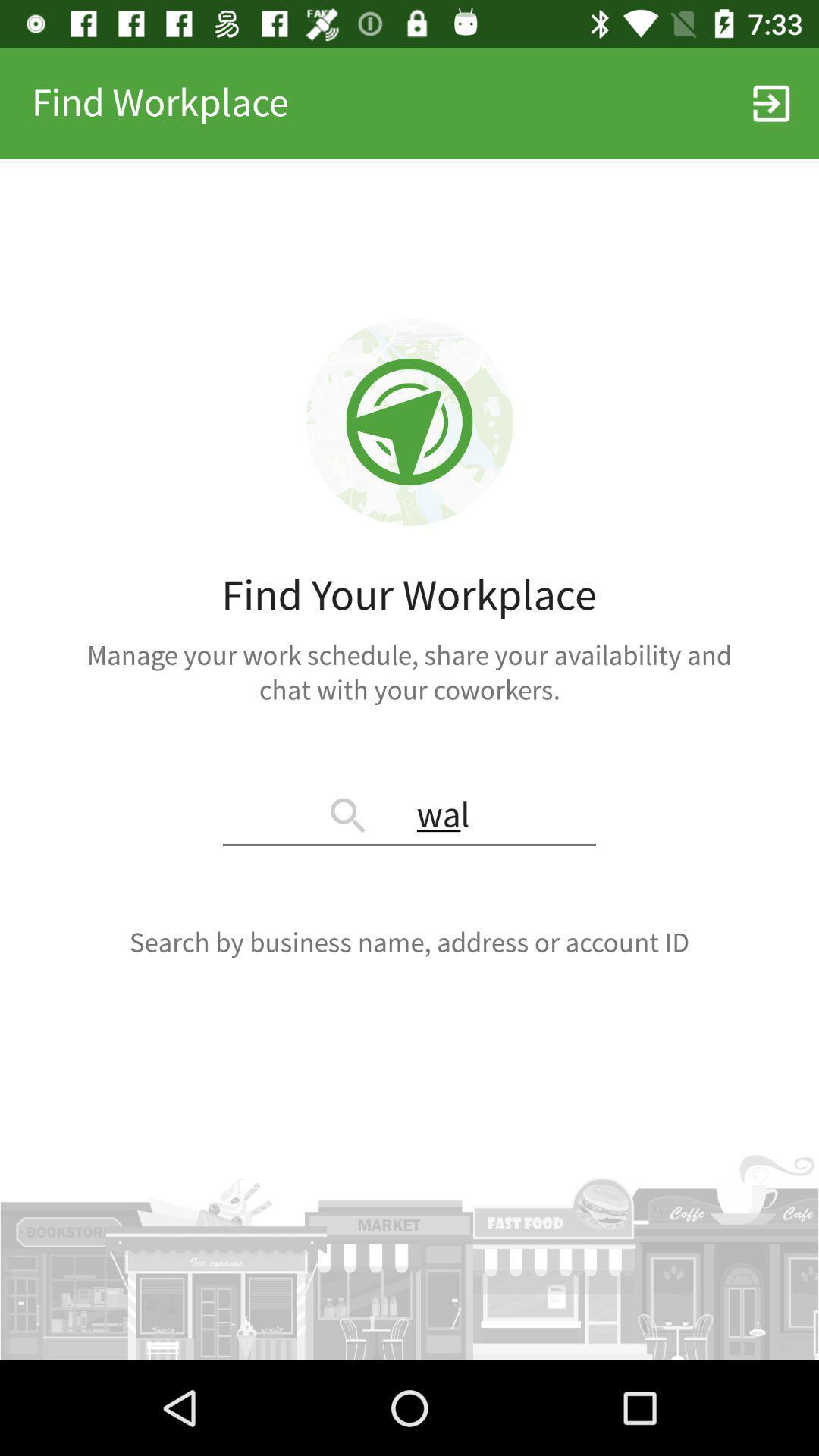 The height and width of the screenshot is (1456, 819). What do you see at coordinates (771, 102) in the screenshot?
I see `item to the right of the find workplace icon` at bounding box center [771, 102].